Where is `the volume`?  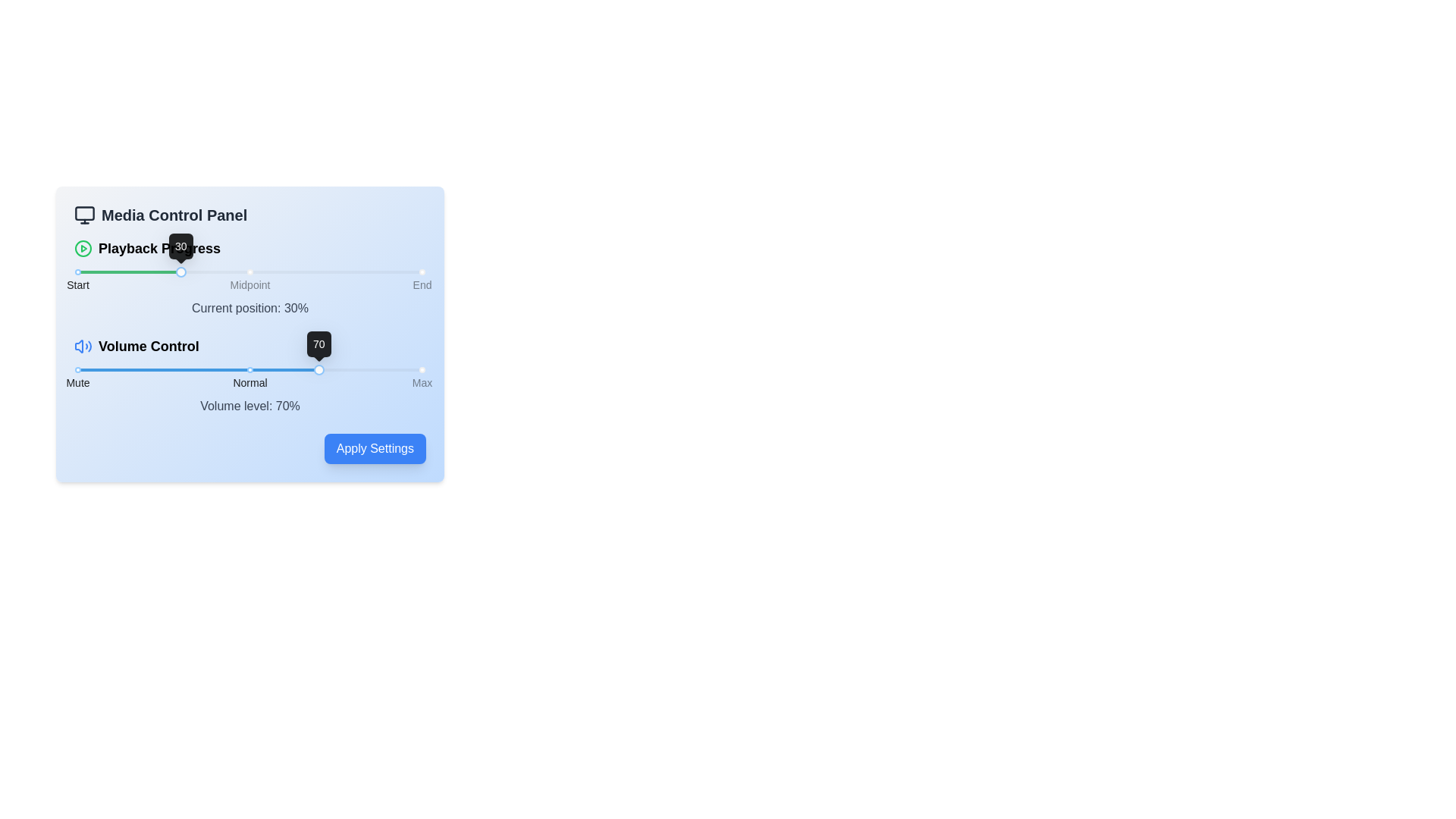 the volume is located at coordinates (403, 370).